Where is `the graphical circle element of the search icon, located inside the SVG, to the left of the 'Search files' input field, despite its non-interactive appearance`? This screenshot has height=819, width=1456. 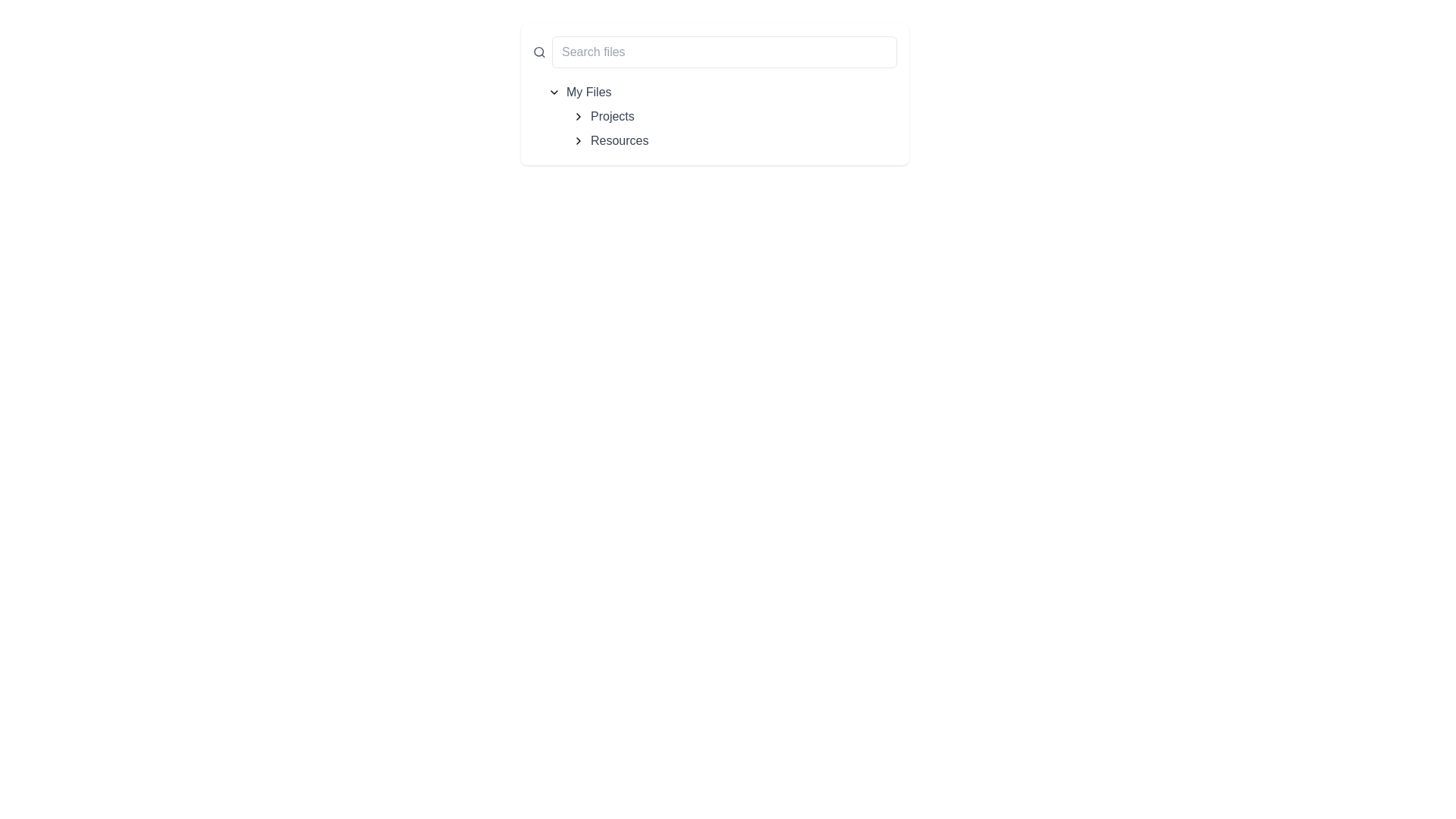
the graphical circle element of the search icon, located inside the SVG, to the left of the 'Search files' input field, despite its non-interactive appearance is located at coordinates (538, 51).